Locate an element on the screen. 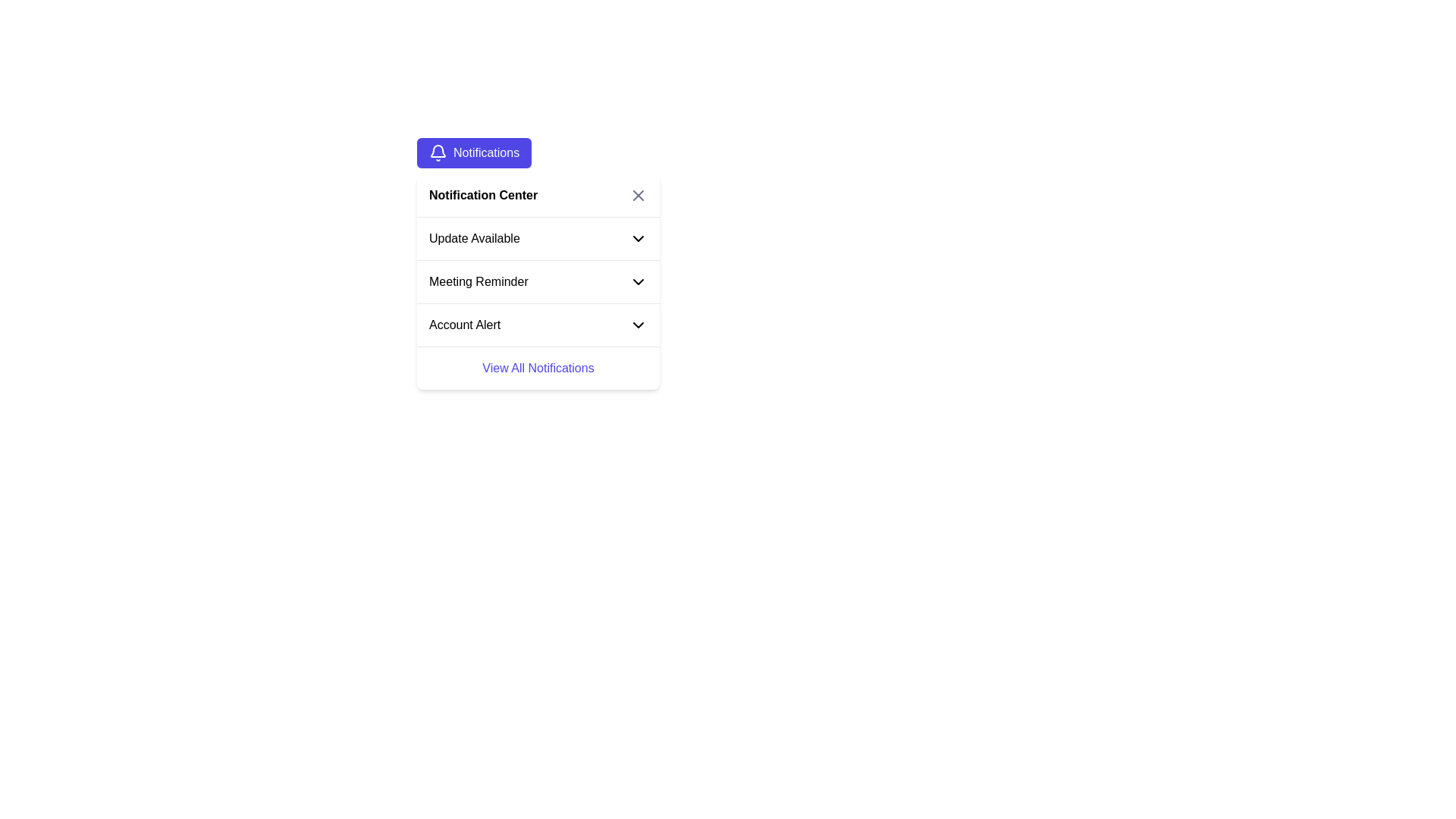 This screenshot has height=819, width=1456. the downward-facing chevron icon associated with the 'Account Alert' section to trigger its default functionality is located at coordinates (638, 324).